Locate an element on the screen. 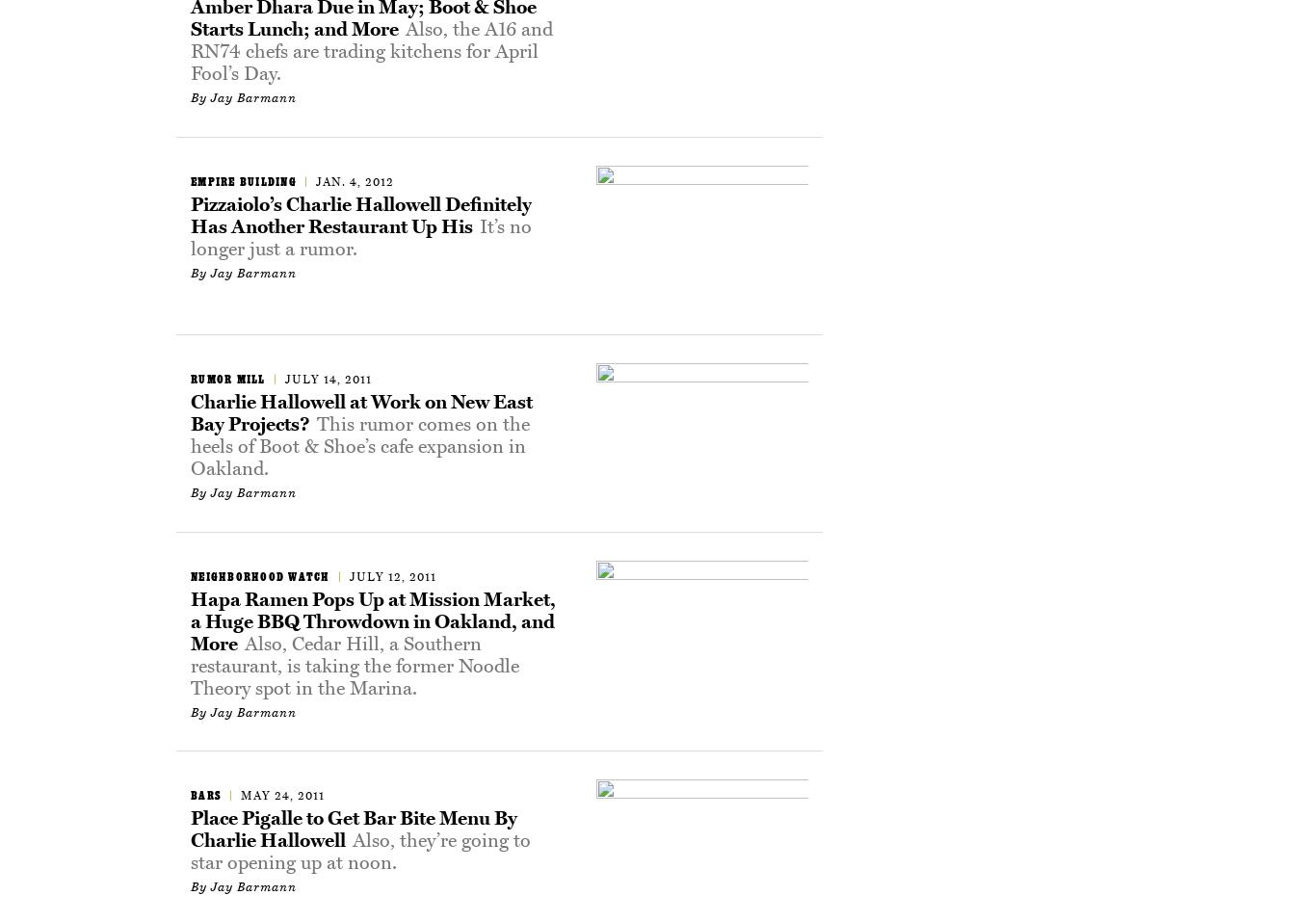 The width and height of the screenshot is (1316, 922). 'May 24, 2011' is located at coordinates (282, 794).